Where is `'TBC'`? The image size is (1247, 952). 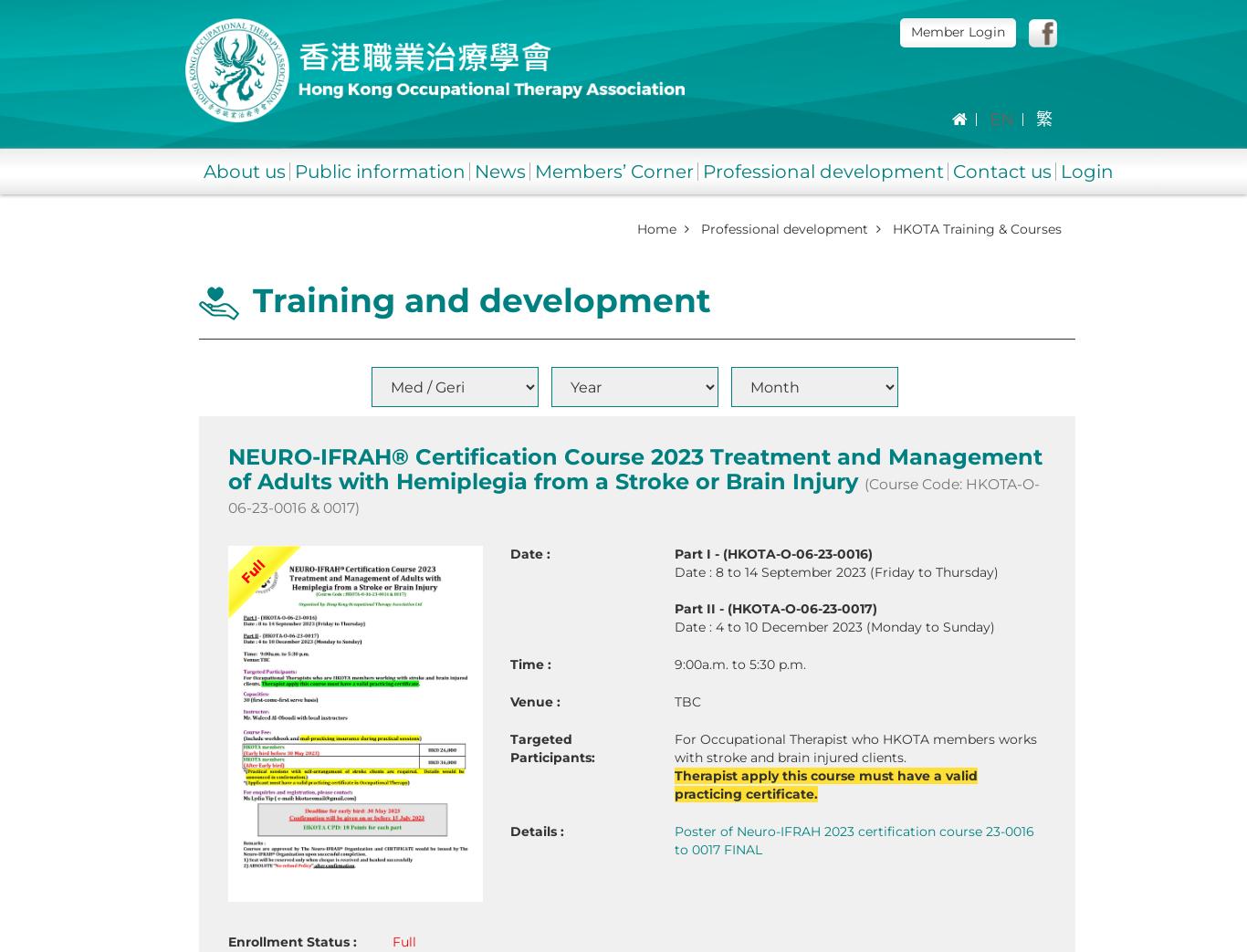
'TBC' is located at coordinates (686, 701).